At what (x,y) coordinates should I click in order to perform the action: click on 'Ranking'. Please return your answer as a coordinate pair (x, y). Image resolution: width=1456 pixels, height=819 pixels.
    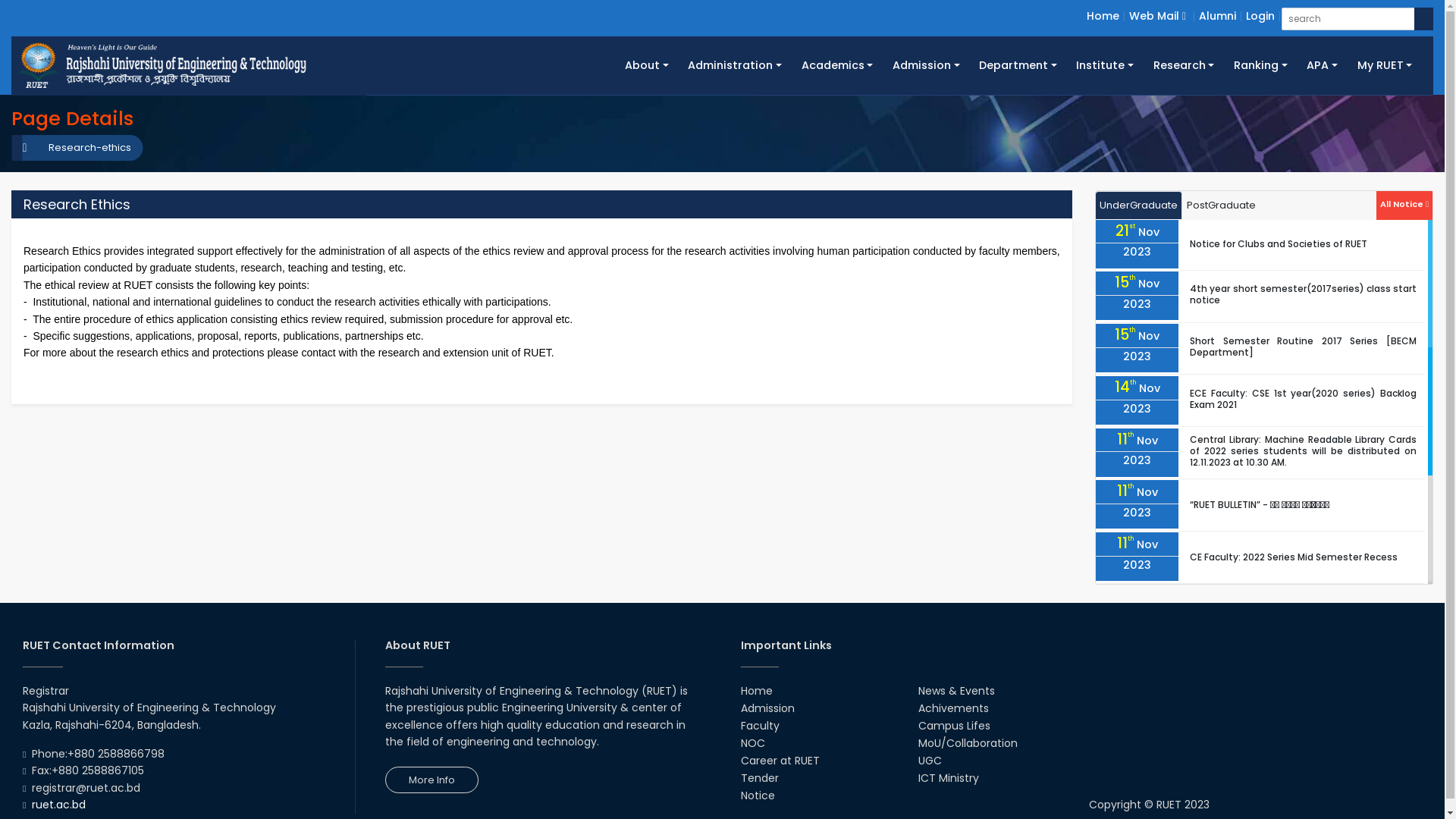
    Looking at the image, I should click on (1260, 64).